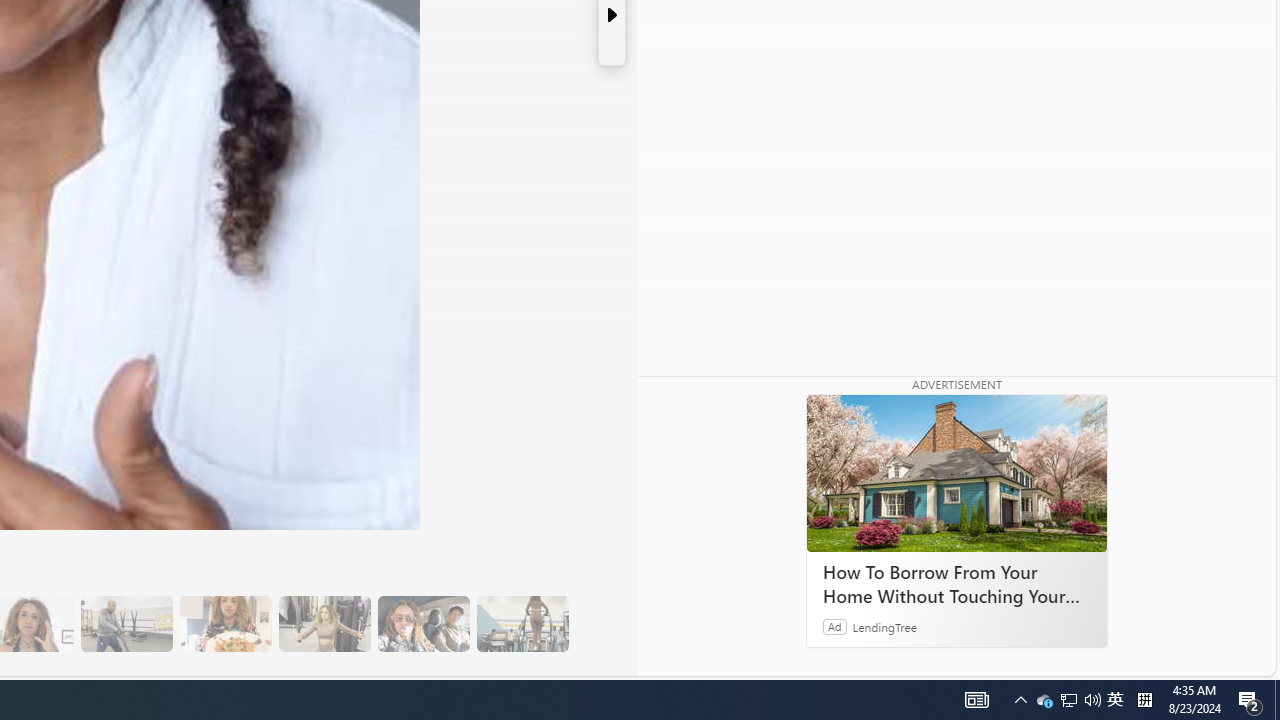  What do you see at coordinates (324, 623) in the screenshot?
I see `'15 They Also Indulge in a Low-Calorie Sweet Treat'` at bounding box center [324, 623].